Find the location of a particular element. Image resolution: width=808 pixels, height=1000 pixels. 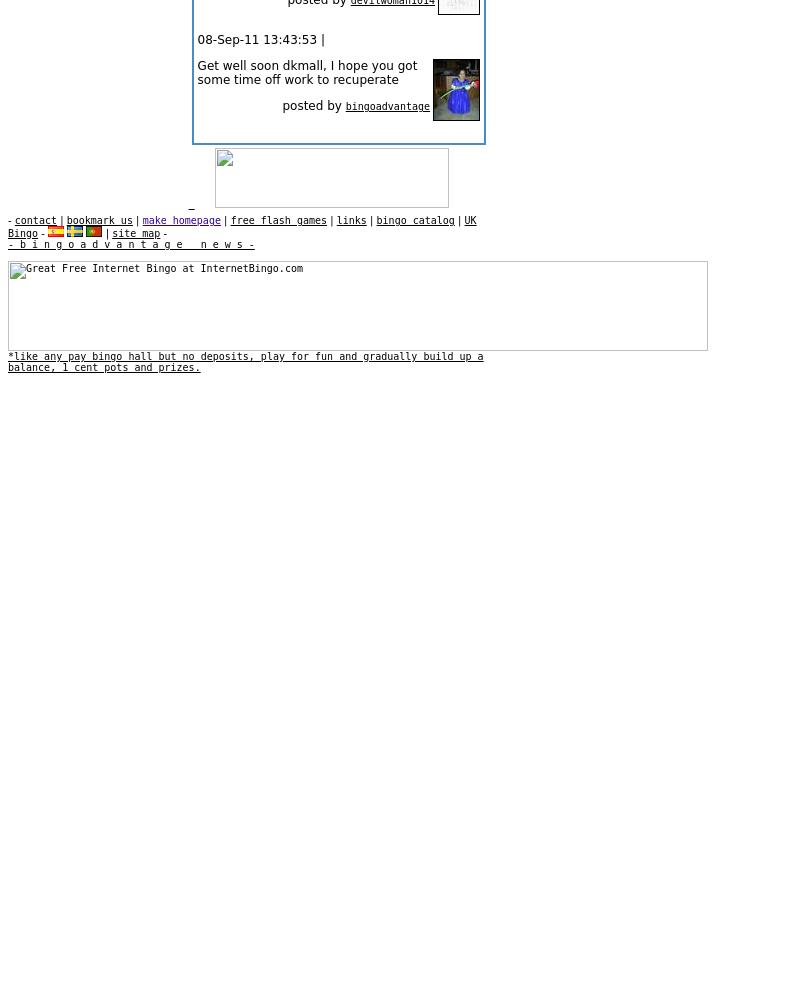

'UK Bingo' is located at coordinates (241, 226).